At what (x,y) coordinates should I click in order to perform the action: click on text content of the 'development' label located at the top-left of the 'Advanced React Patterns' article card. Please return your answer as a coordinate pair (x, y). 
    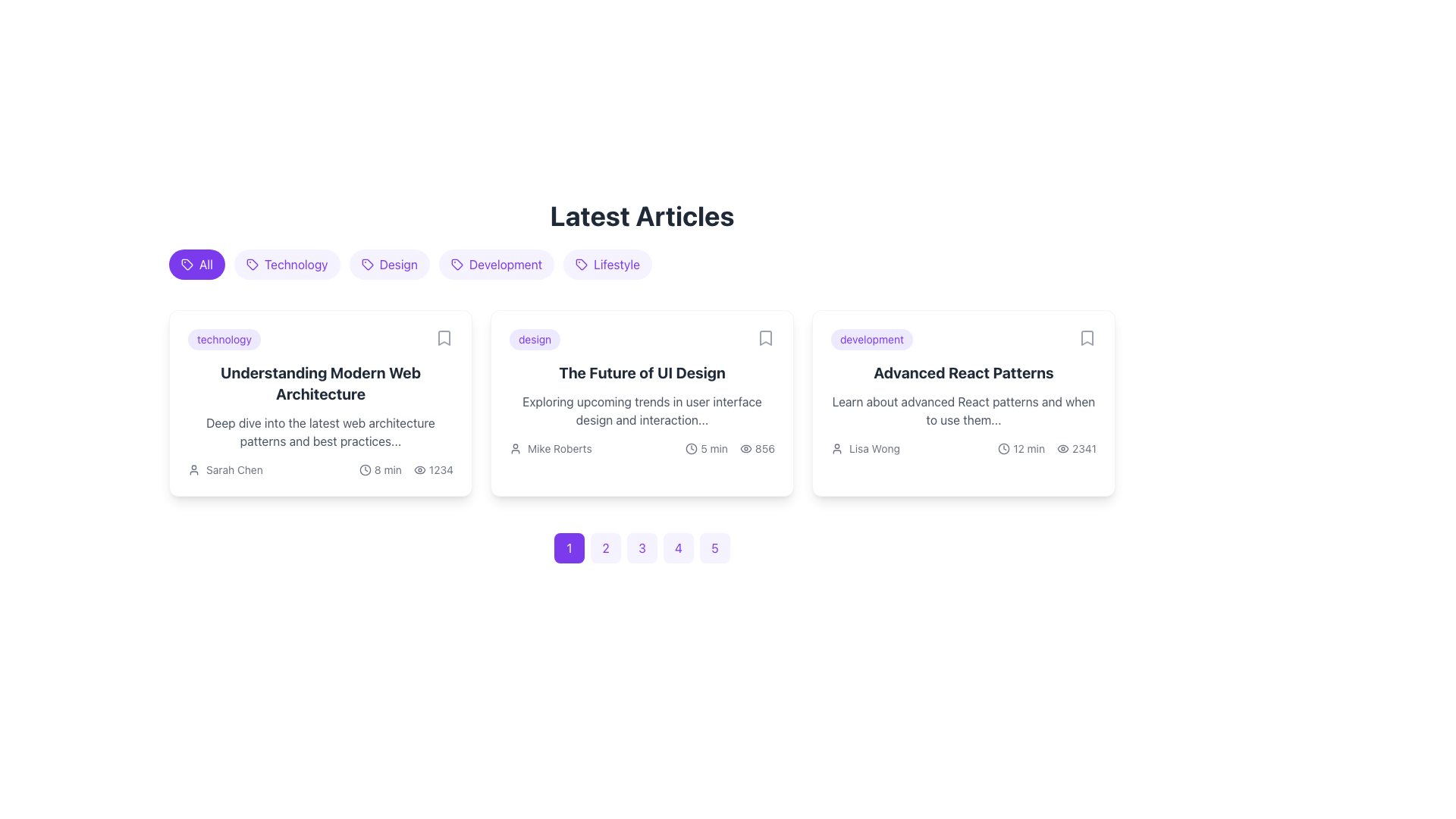
    Looking at the image, I should click on (871, 338).